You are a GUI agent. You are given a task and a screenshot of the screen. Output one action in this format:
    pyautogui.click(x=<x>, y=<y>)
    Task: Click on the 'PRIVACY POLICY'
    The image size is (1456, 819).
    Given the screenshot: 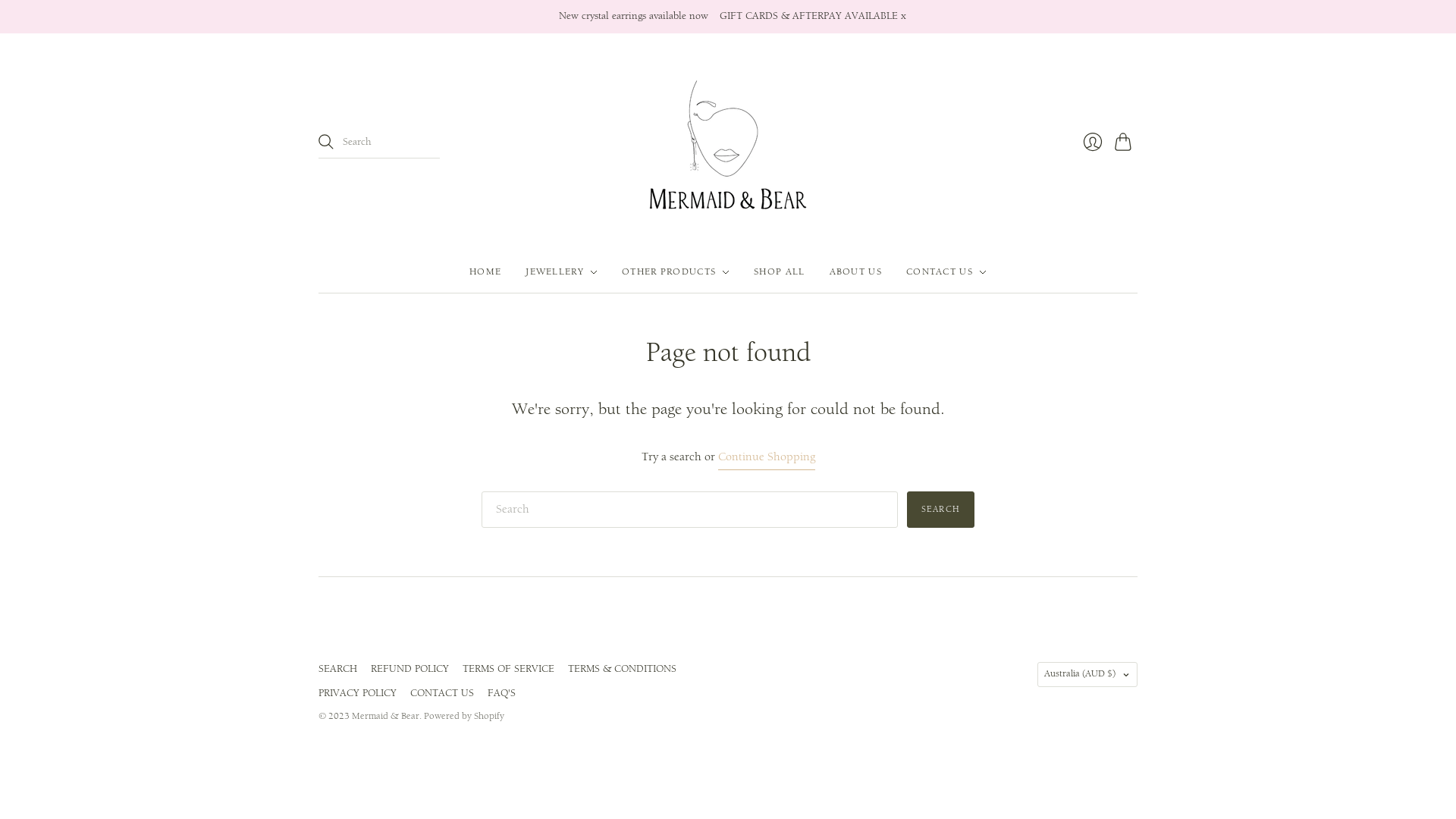 What is the action you would take?
    pyautogui.click(x=356, y=693)
    